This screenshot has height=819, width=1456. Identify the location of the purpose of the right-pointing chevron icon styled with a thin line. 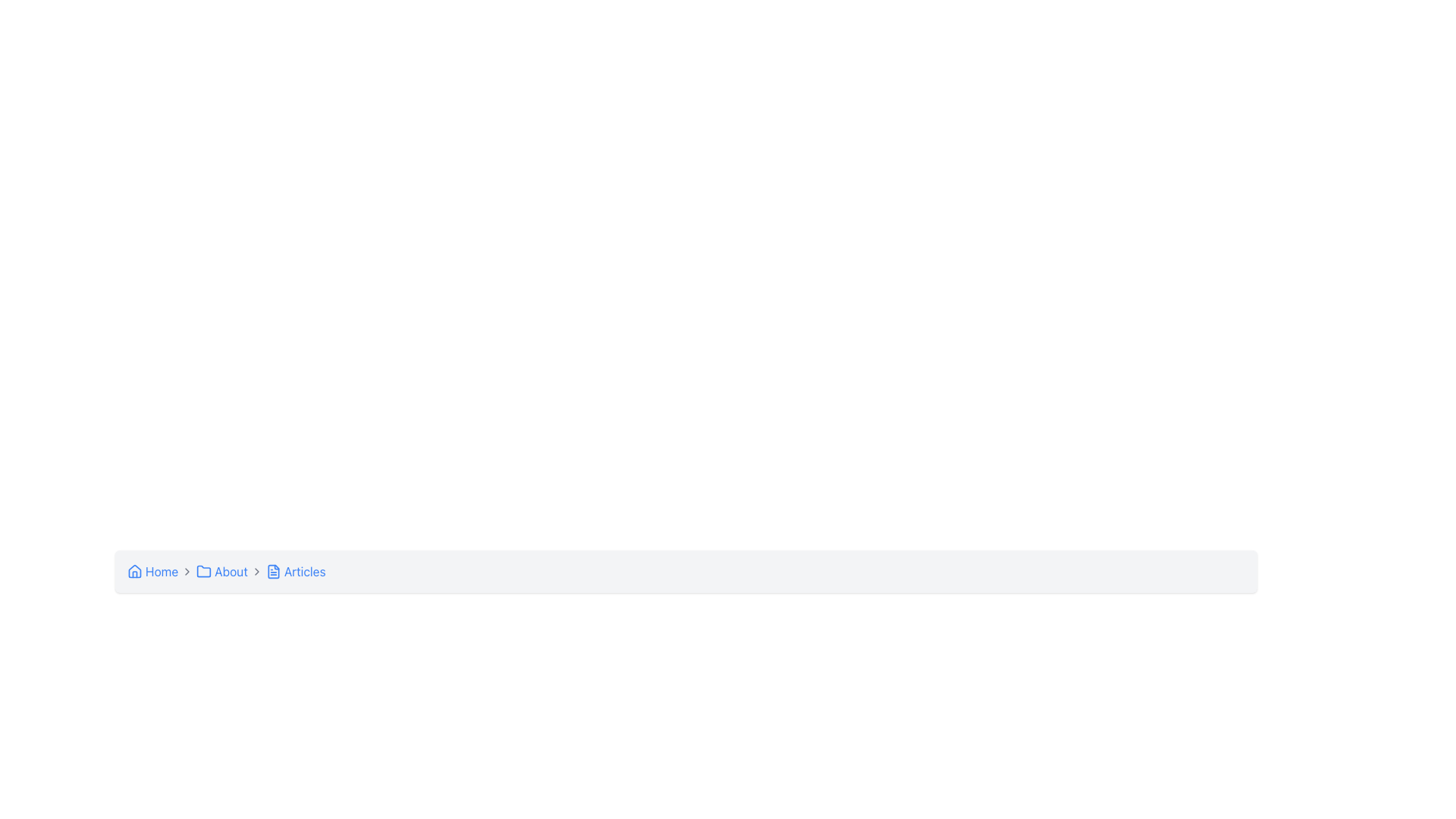
(187, 571).